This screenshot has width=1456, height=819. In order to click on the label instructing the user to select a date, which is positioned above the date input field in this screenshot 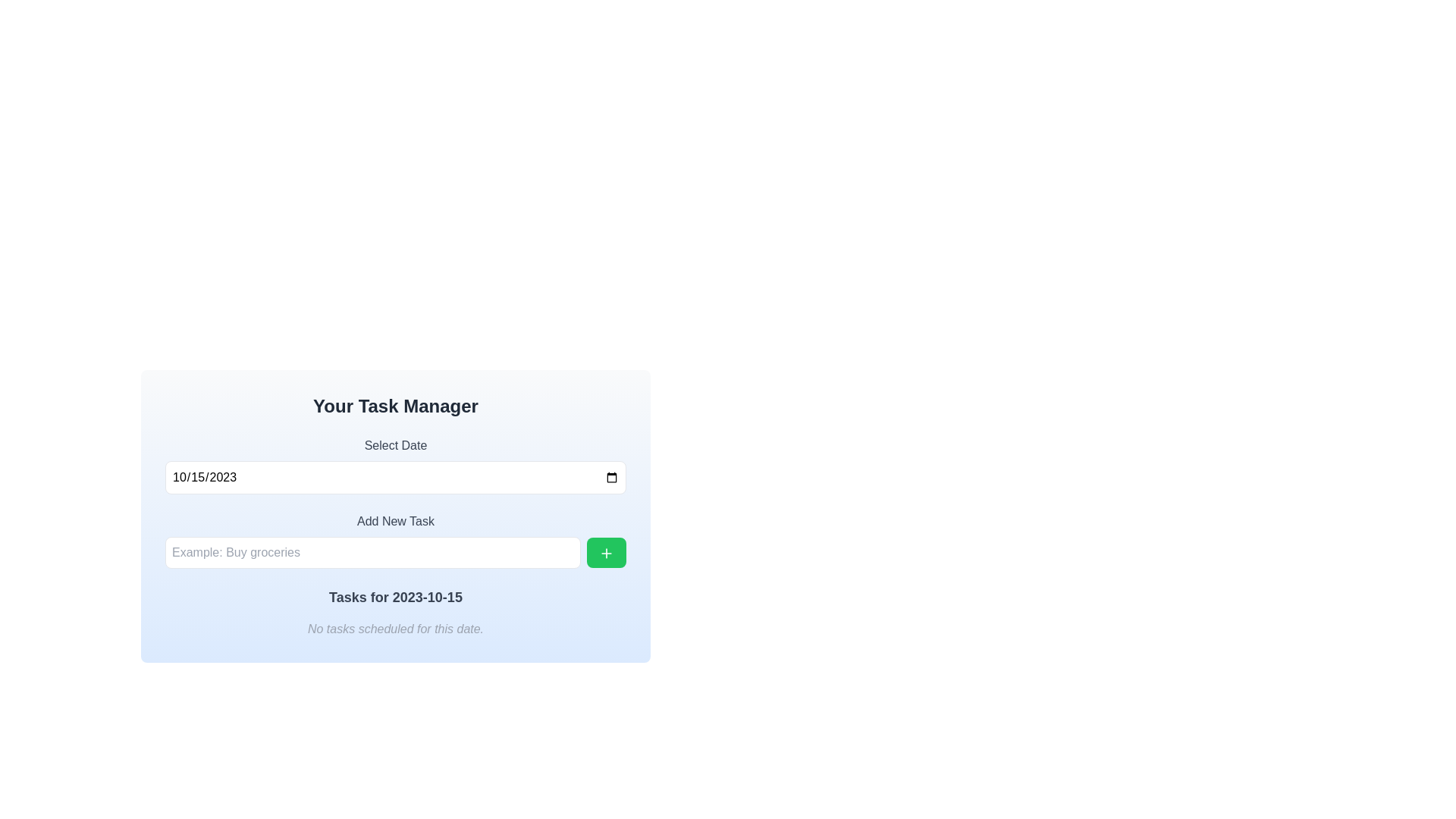, I will do `click(396, 444)`.